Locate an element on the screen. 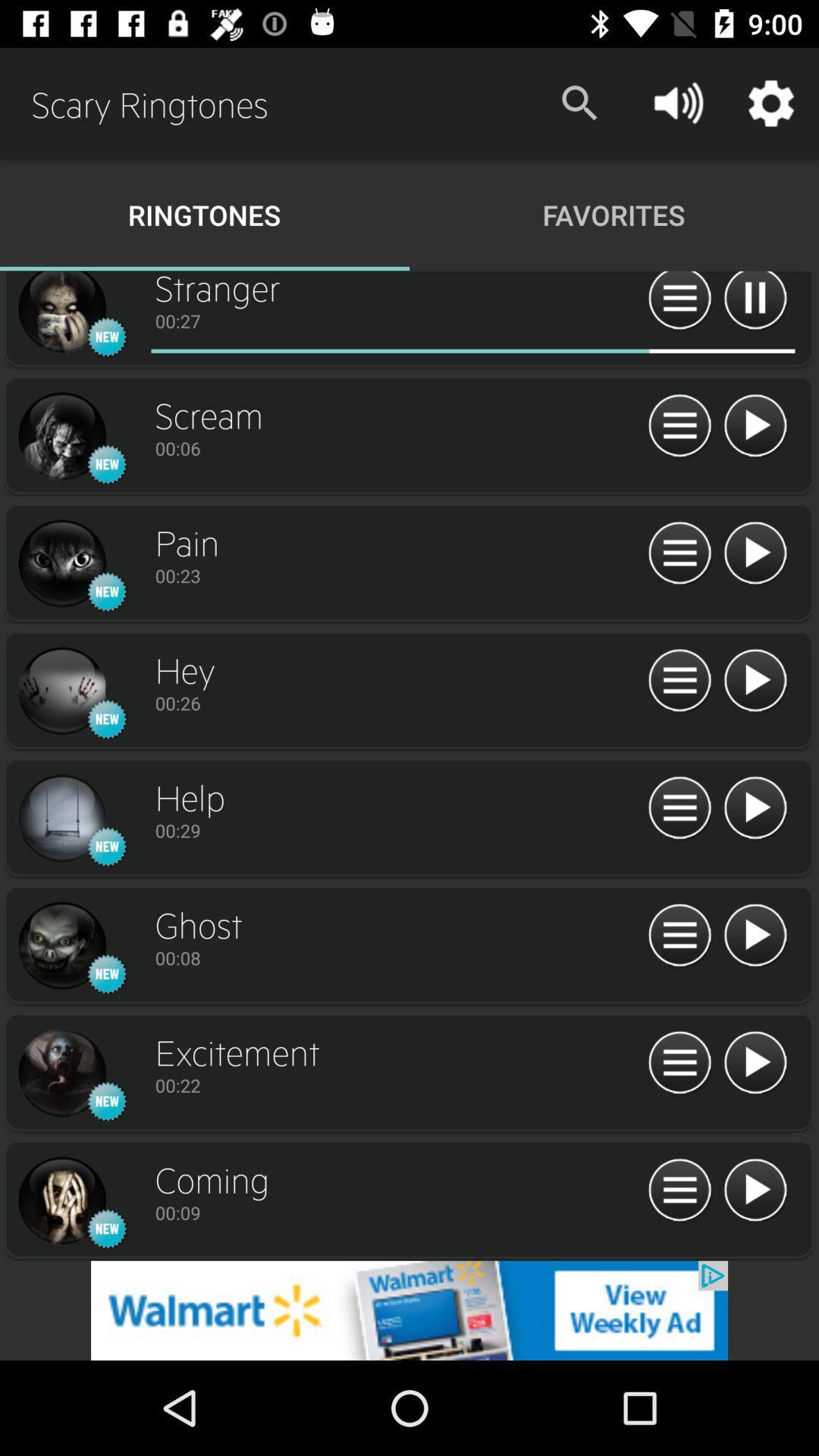 The width and height of the screenshot is (819, 1456). the audio play is located at coordinates (755, 1062).